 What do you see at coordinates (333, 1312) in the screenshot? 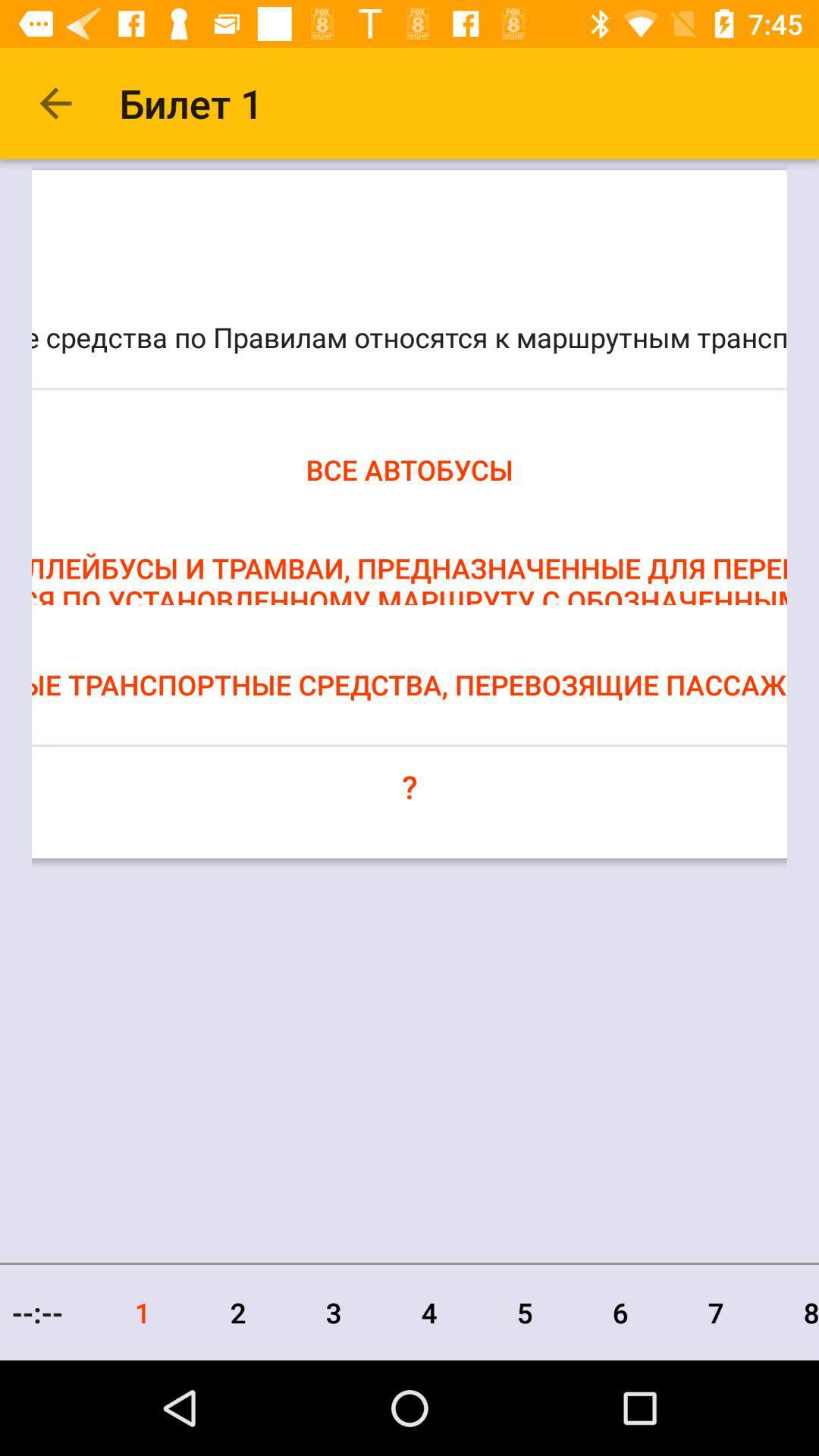
I see `the icon next to 4` at bounding box center [333, 1312].